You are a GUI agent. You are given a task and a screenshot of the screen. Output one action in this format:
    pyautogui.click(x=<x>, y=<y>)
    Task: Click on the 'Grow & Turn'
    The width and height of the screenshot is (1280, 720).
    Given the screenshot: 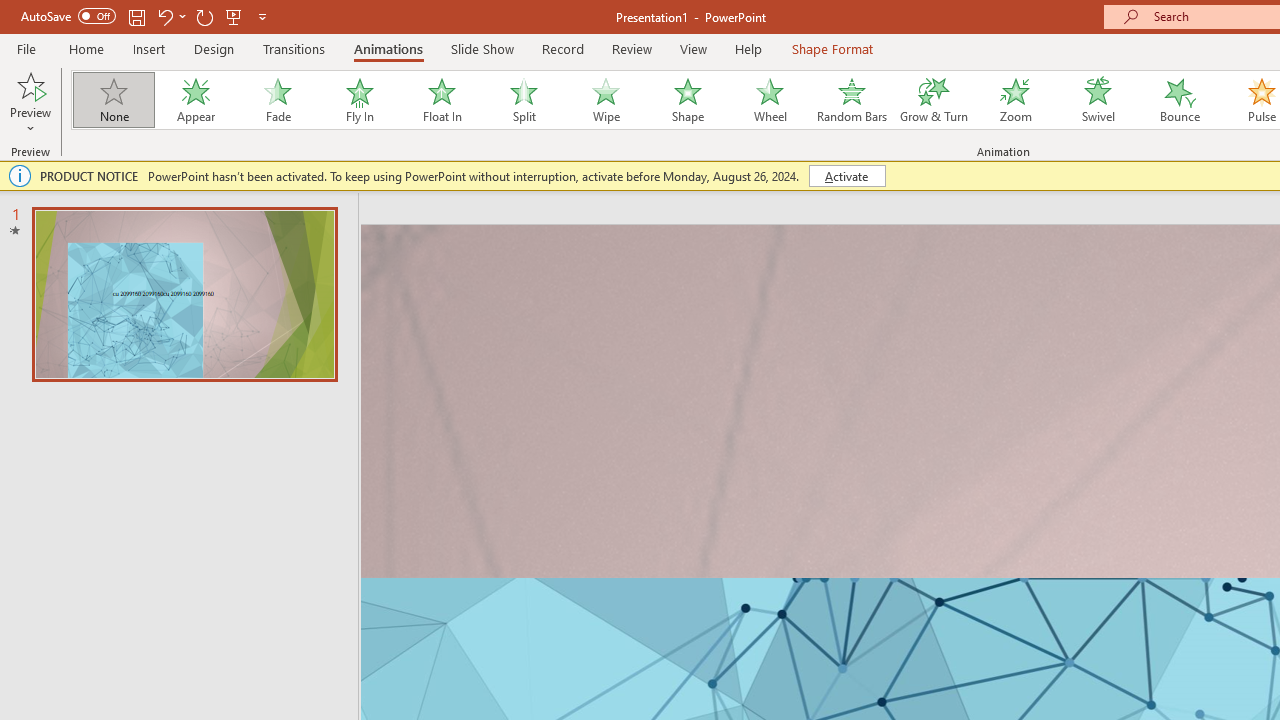 What is the action you would take?
    pyautogui.click(x=933, y=100)
    